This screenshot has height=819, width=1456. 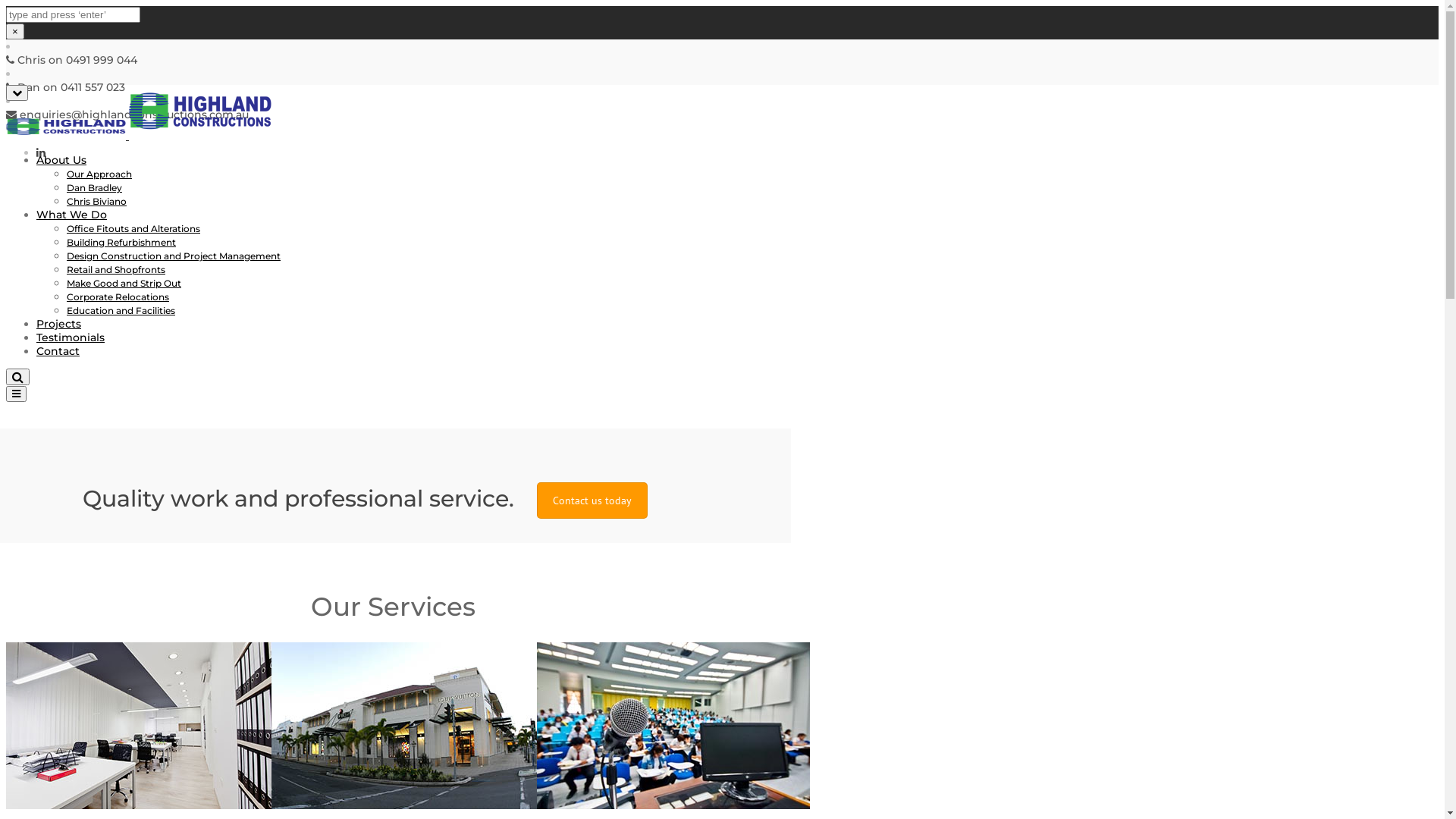 What do you see at coordinates (69, 336) in the screenshot?
I see `'Testimonials'` at bounding box center [69, 336].